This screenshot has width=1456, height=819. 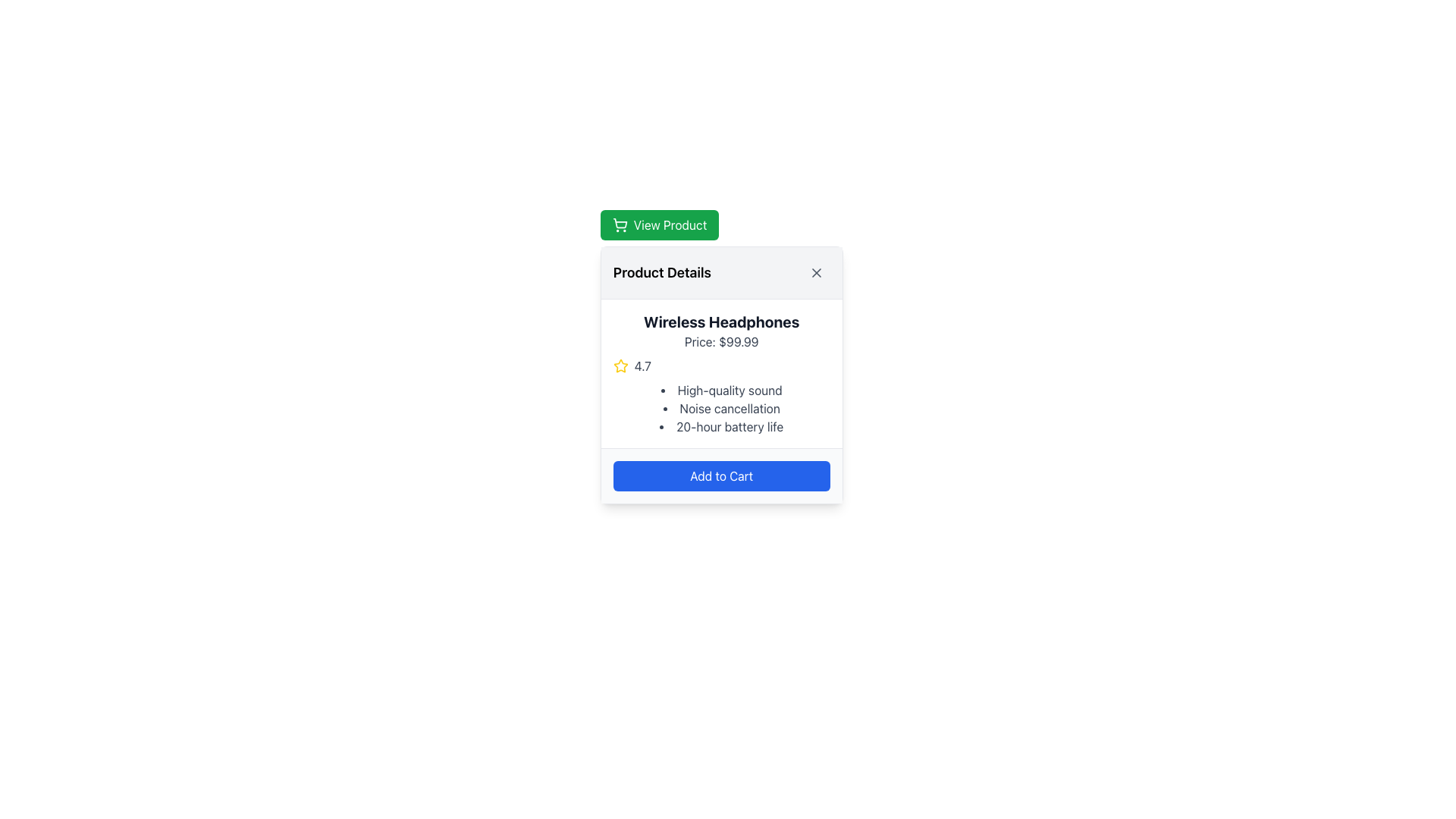 What do you see at coordinates (620, 225) in the screenshot?
I see `the shopping cart icon with a minimalist line art design located on the left side of the green button labeled 'View Product.'` at bounding box center [620, 225].